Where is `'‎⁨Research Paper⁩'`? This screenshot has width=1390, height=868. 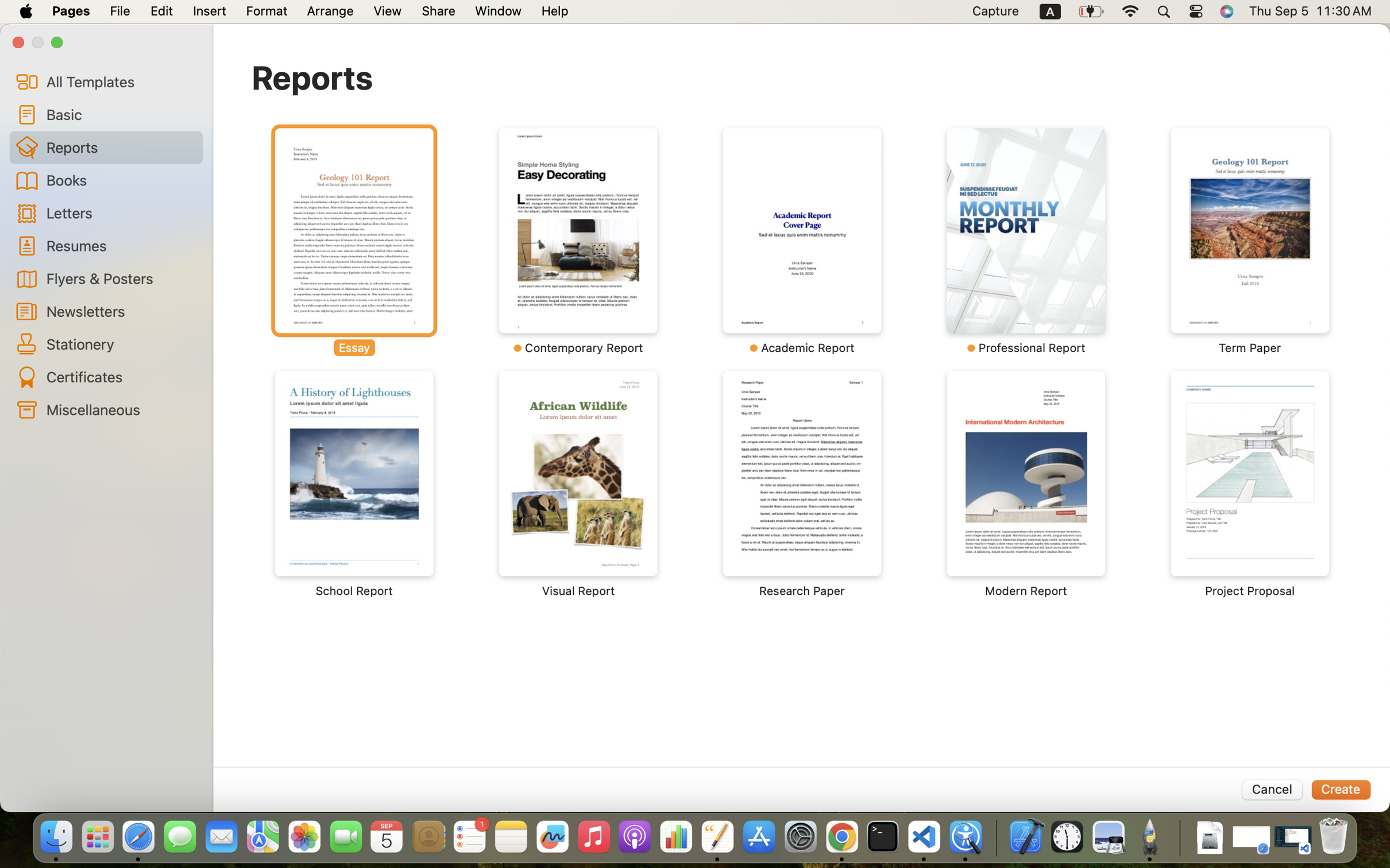
'‎⁨Research Paper⁩' is located at coordinates (802, 484).